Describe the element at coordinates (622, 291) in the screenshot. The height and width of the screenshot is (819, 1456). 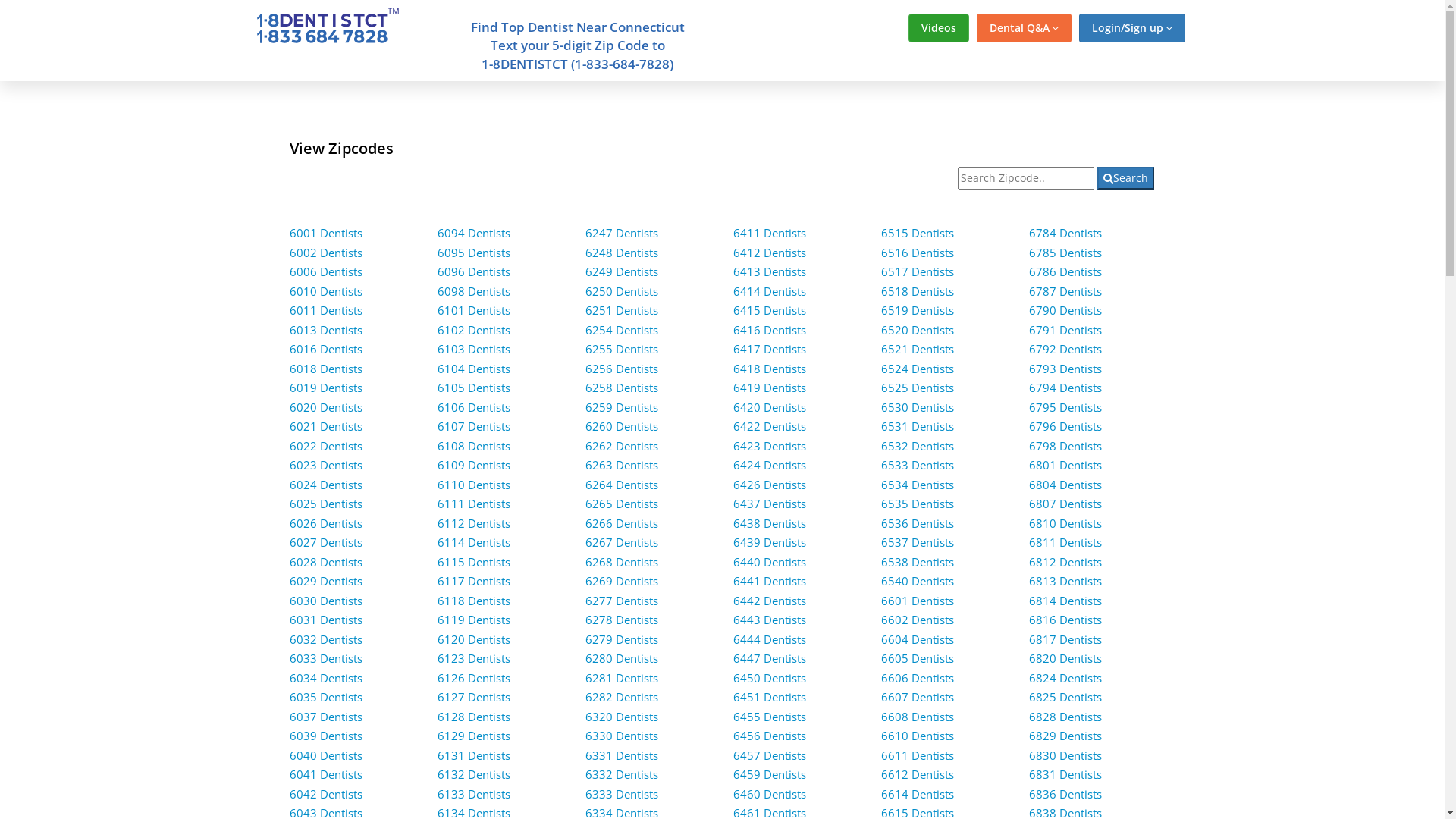
I see `'6250 Dentists'` at that location.